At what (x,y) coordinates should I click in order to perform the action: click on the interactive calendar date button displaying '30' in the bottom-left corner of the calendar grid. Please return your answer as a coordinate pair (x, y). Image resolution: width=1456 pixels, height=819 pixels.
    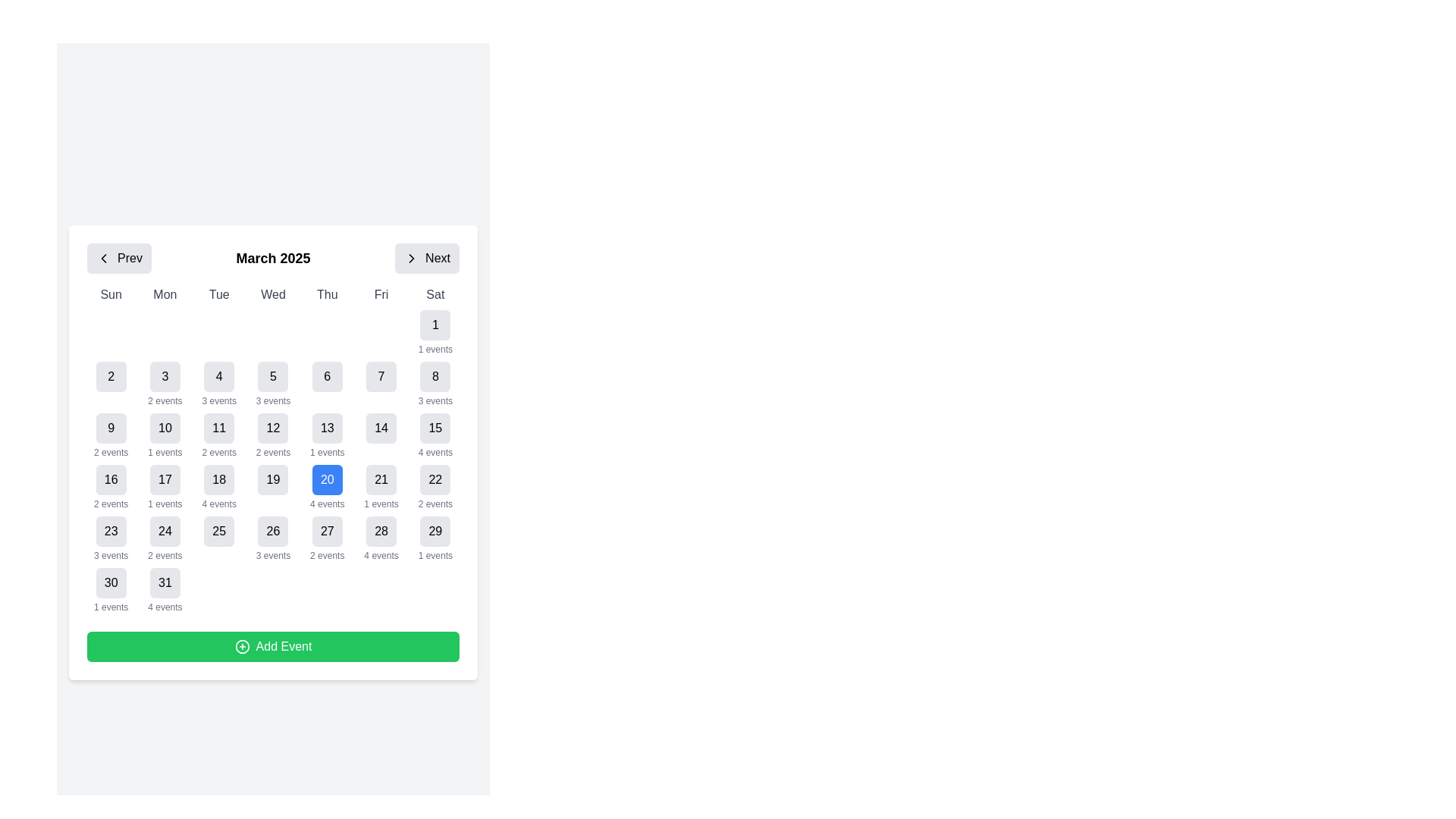
    Looking at the image, I should click on (110, 582).